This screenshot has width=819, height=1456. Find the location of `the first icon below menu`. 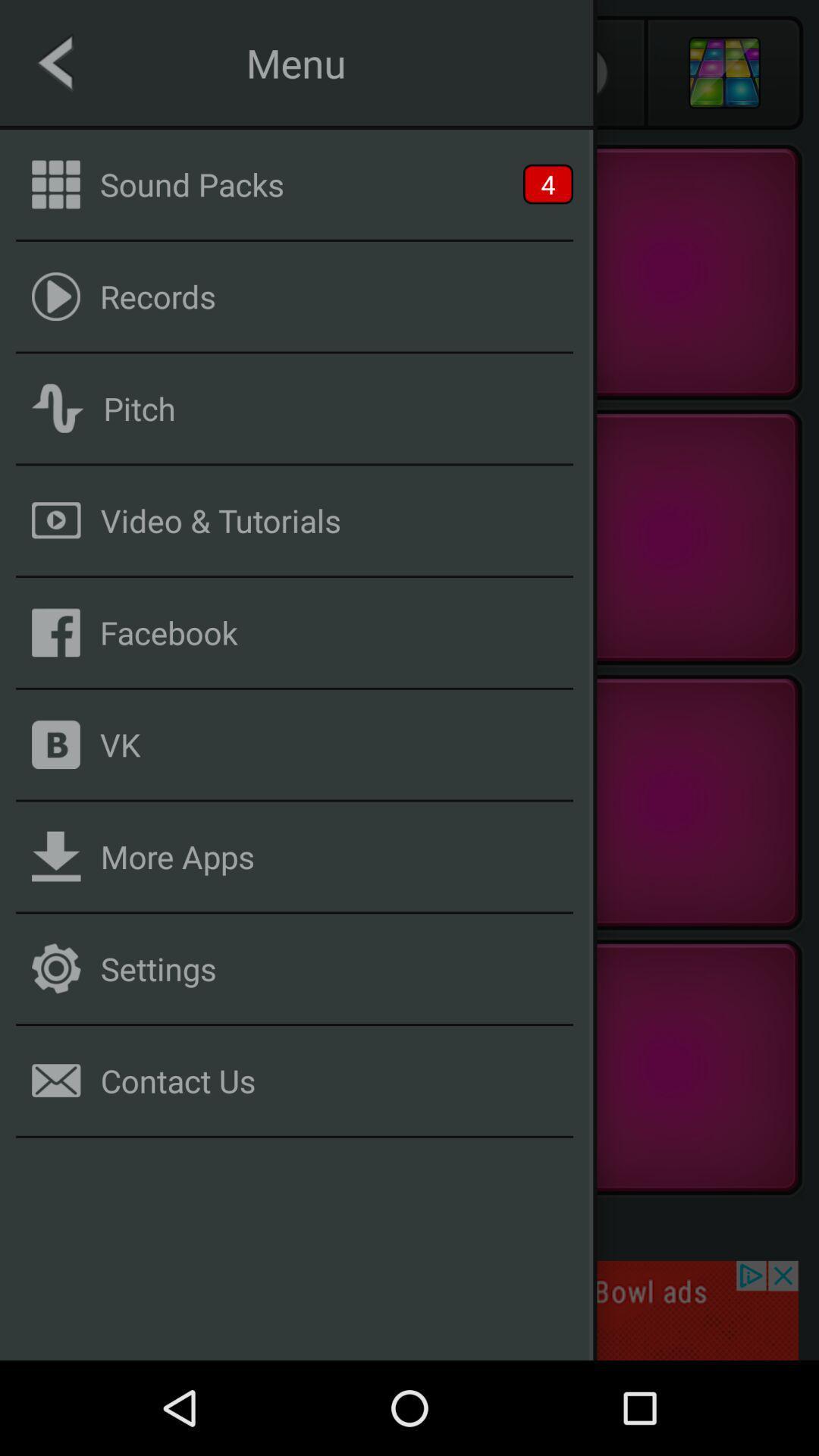

the first icon below menu is located at coordinates (55, 184).